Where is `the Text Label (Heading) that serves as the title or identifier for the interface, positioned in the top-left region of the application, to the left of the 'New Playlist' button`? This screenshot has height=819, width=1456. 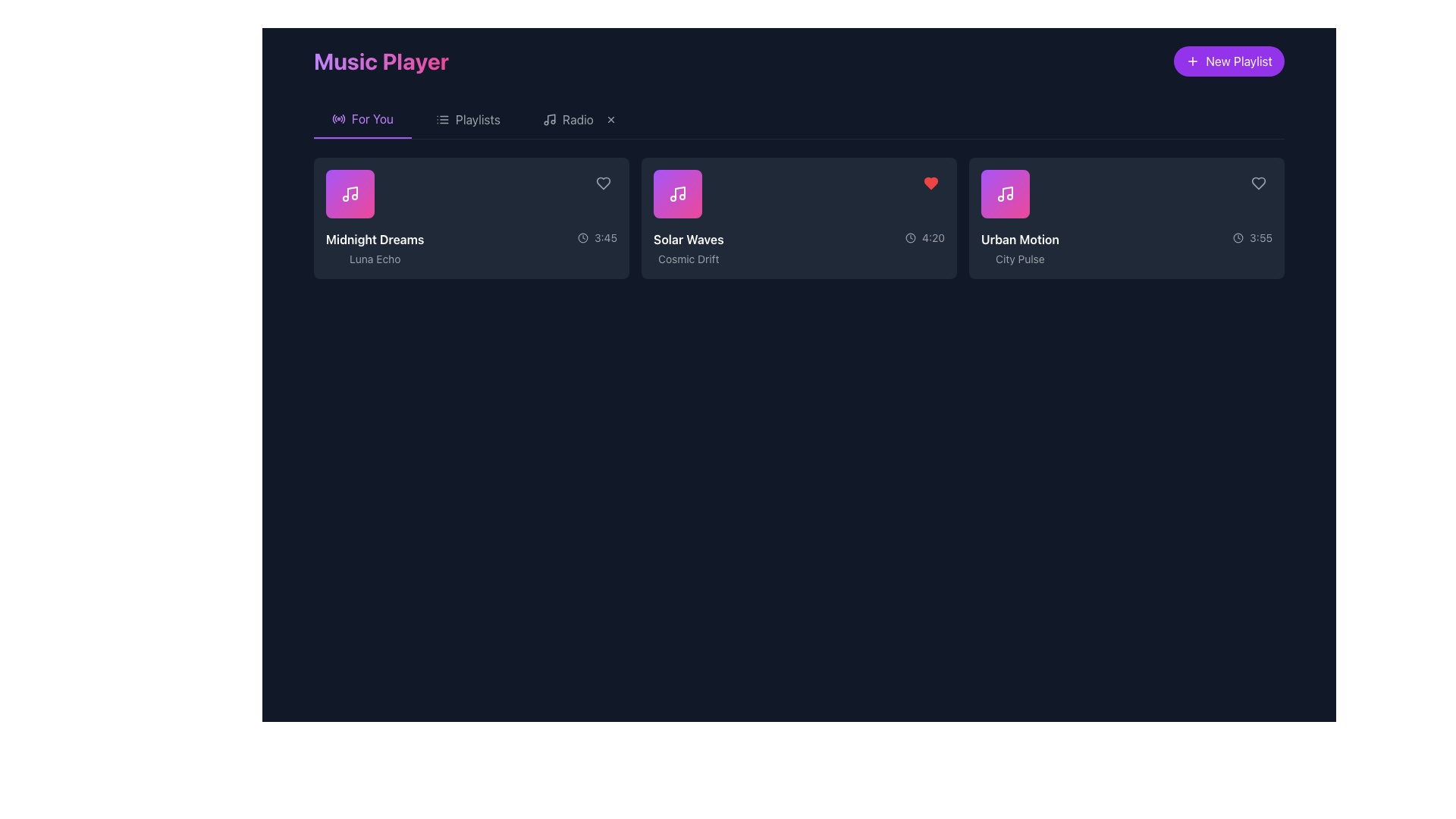
the Text Label (Heading) that serves as the title or identifier for the interface, positioned in the top-left region of the application, to the left of the 'New Playlist' button is located at coordinates (381, 61).